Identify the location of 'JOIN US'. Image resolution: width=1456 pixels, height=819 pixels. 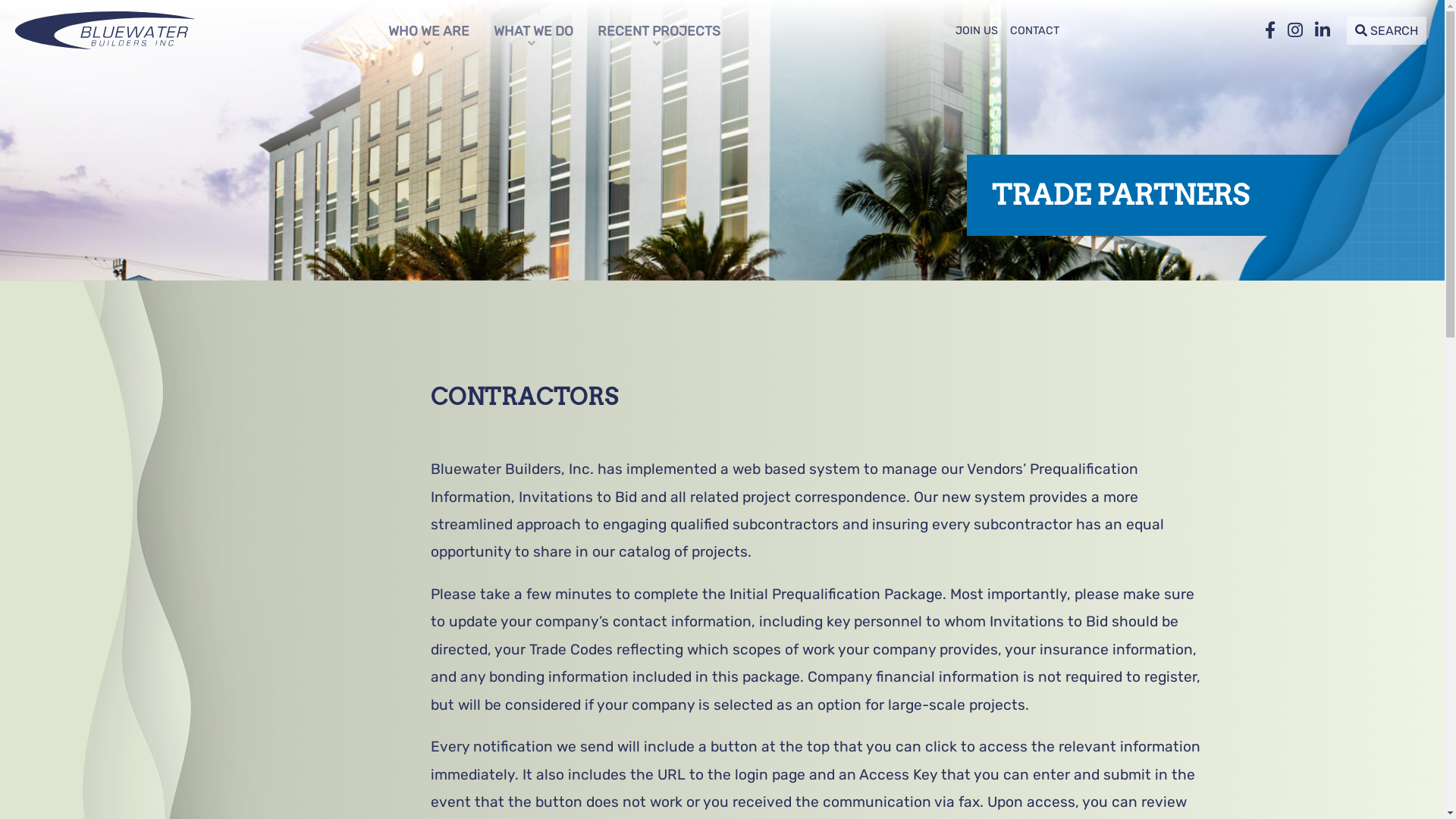
(976, 31).